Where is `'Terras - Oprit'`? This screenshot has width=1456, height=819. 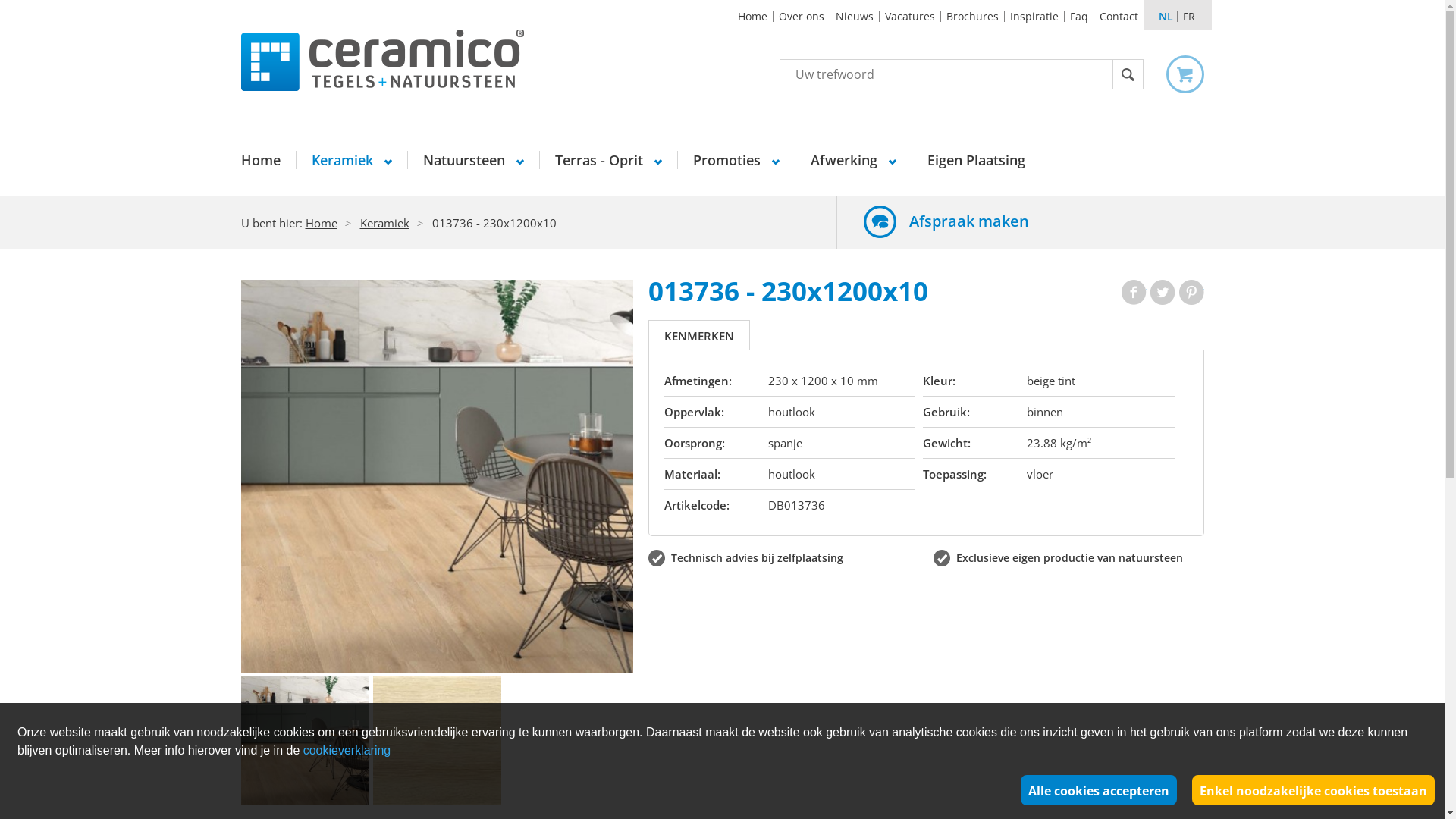
'Terras - Oprit' is located at coordinates (539, 160).